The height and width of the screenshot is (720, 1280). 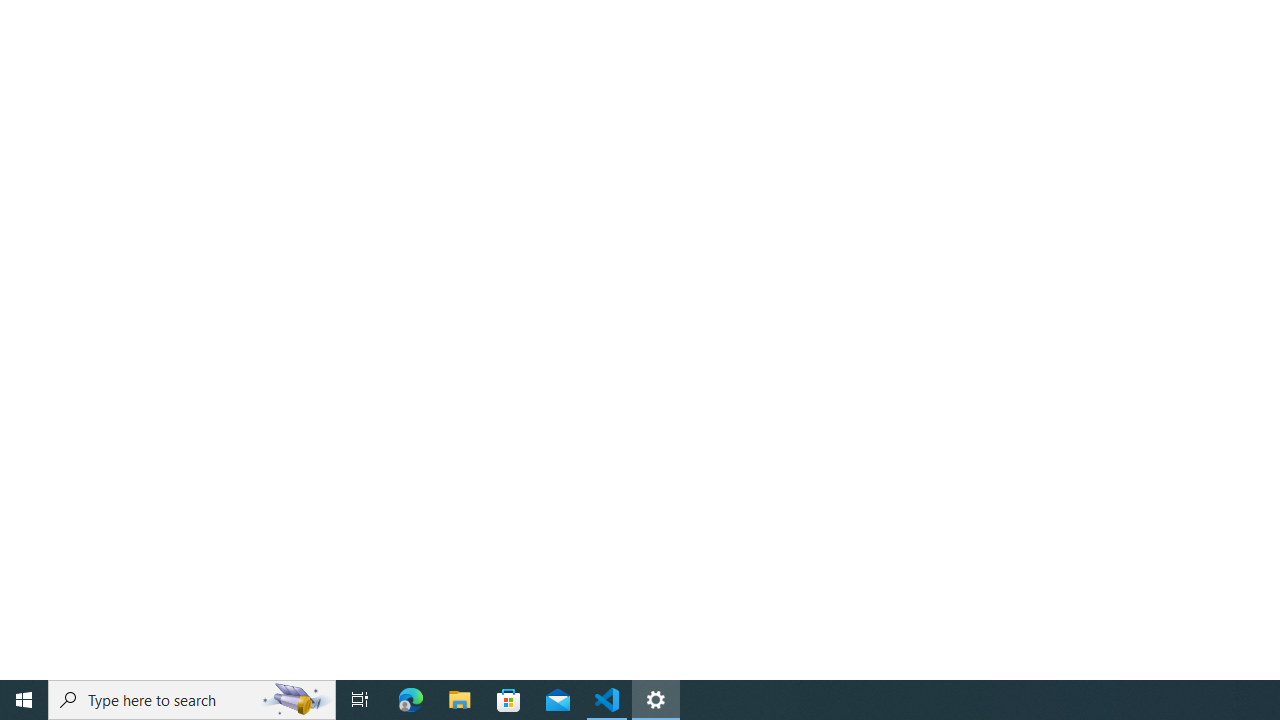 What do you see at coordinates (24, 698) in the screenshot?
I see `'Start'` at bounding box center [24, 698].